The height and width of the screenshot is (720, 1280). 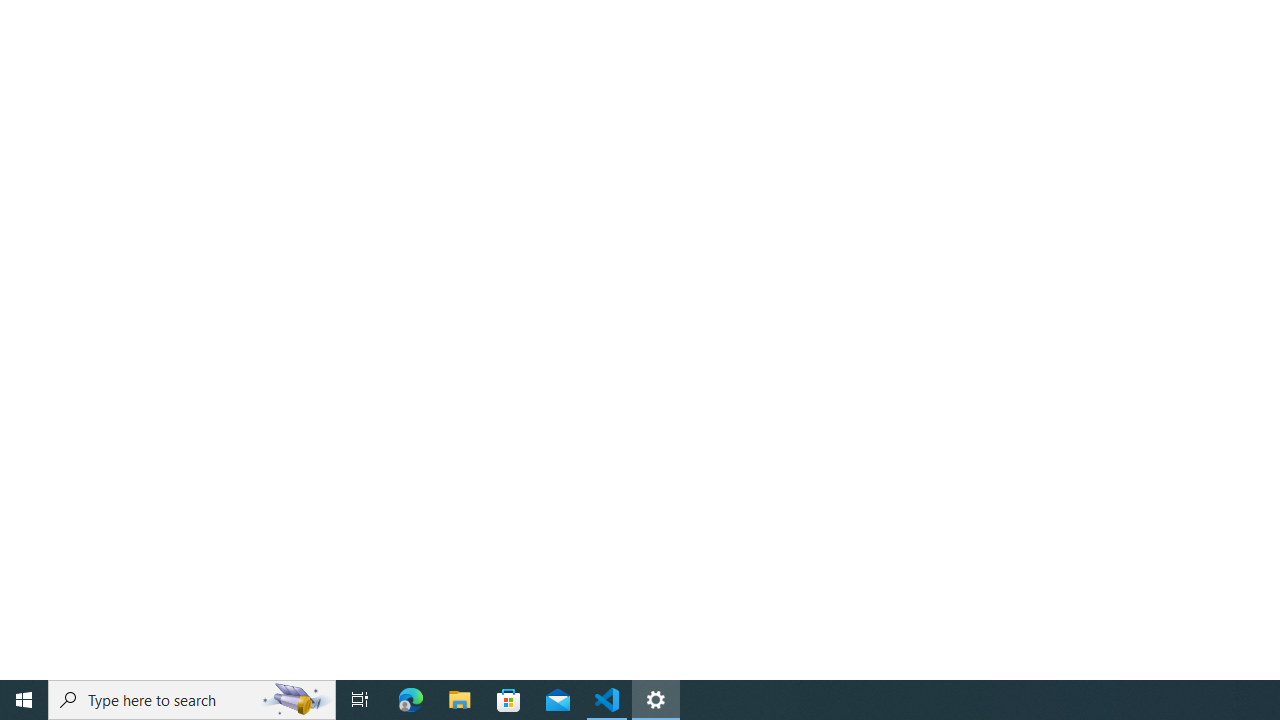 What do you see at coordinates (24, 698) in the screenshot?
I see `'Start'` at bounding box center [24, 698].